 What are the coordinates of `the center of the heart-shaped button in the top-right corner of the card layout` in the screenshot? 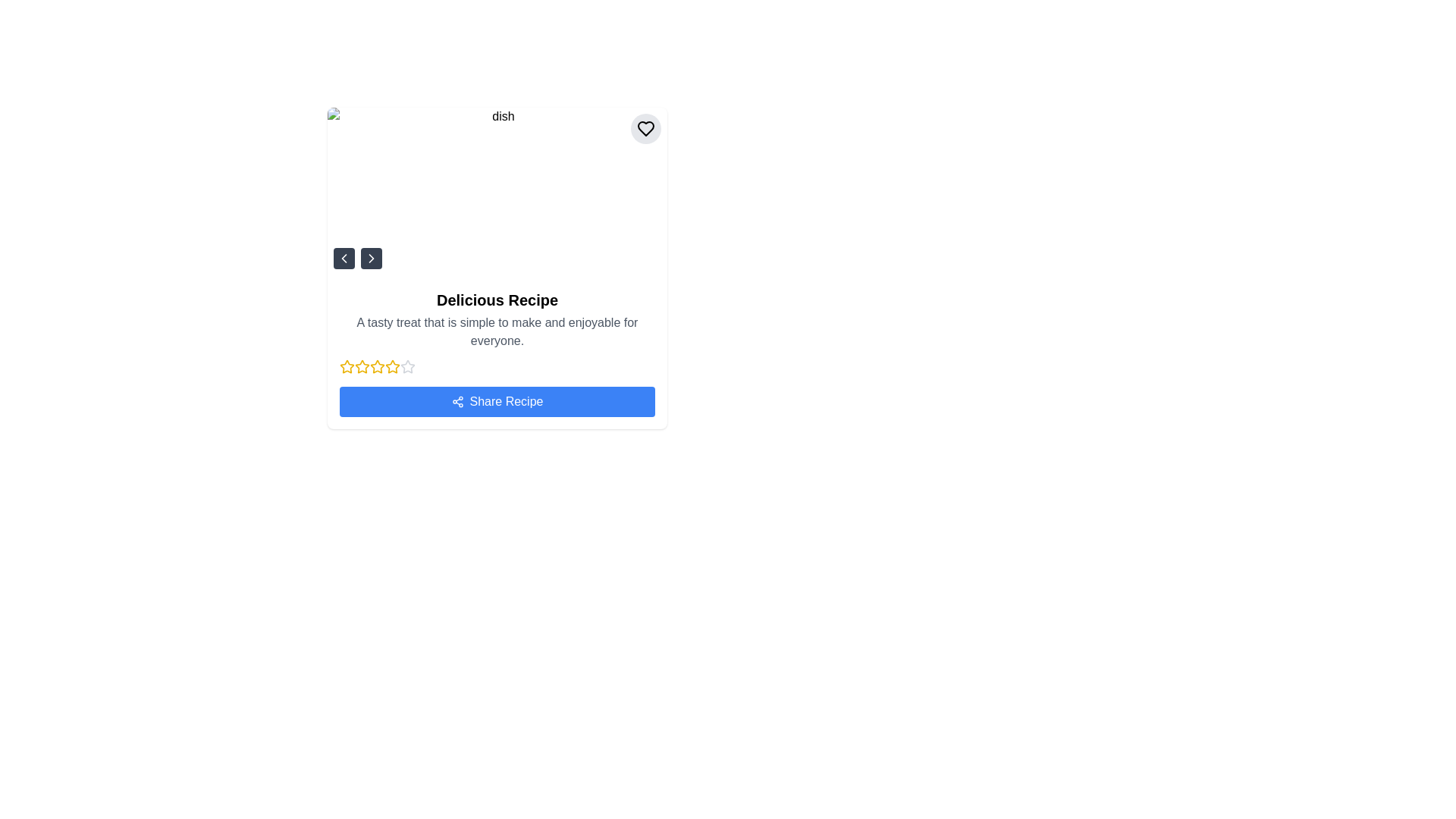 It's located at (645, 127).